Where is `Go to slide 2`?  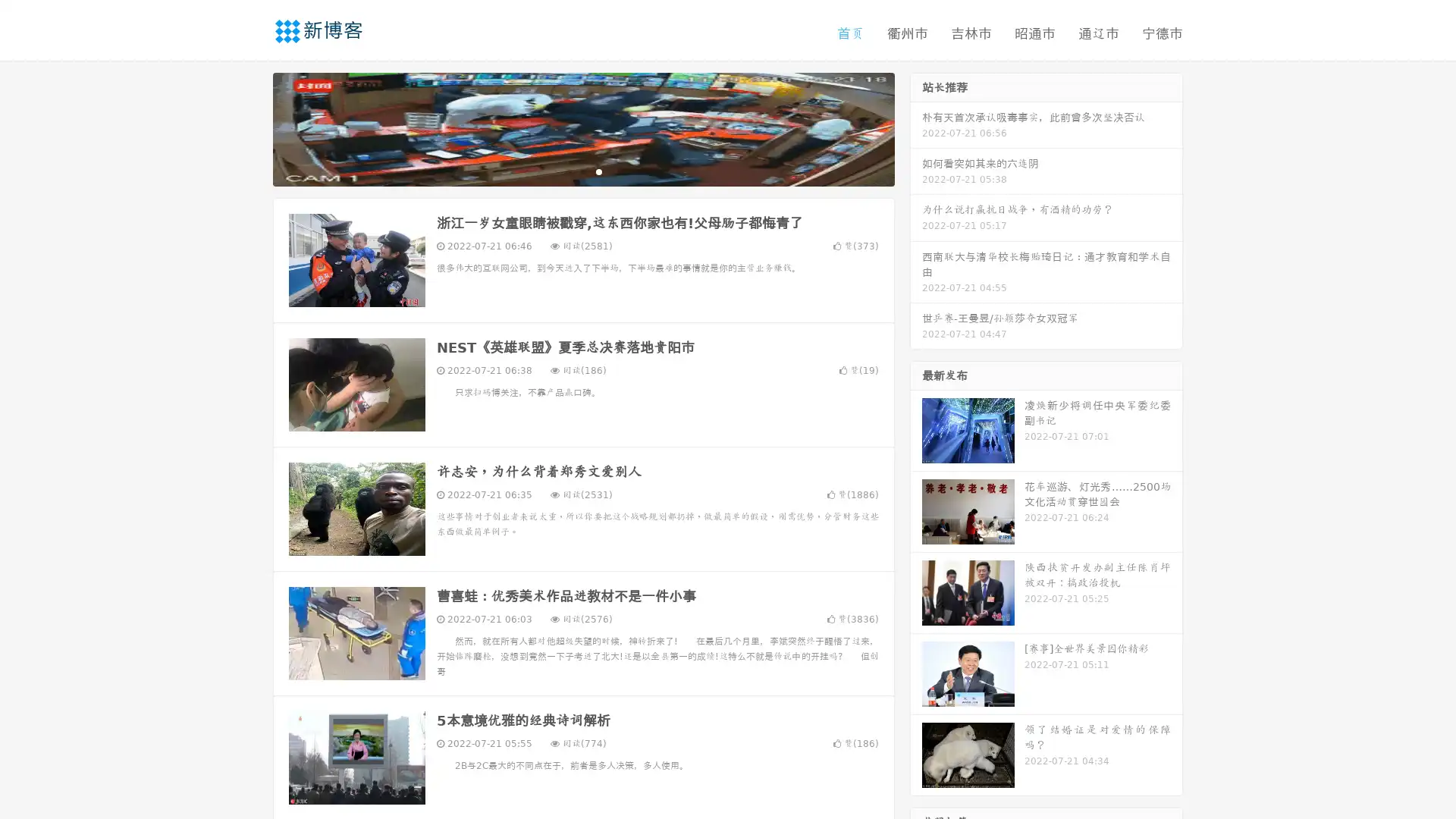 Go to slide 2 is located at coordinates (582, 171).